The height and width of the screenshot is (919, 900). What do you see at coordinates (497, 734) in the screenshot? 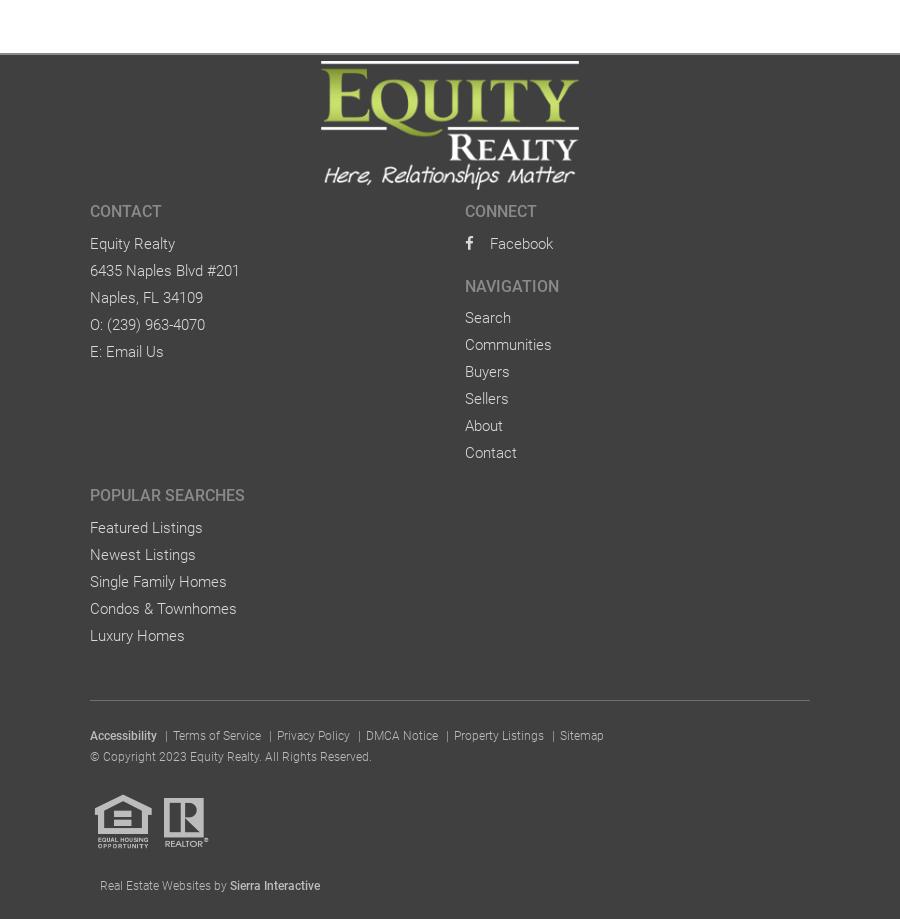
I see `'Property Listings'` at bounding box center [497, 734].